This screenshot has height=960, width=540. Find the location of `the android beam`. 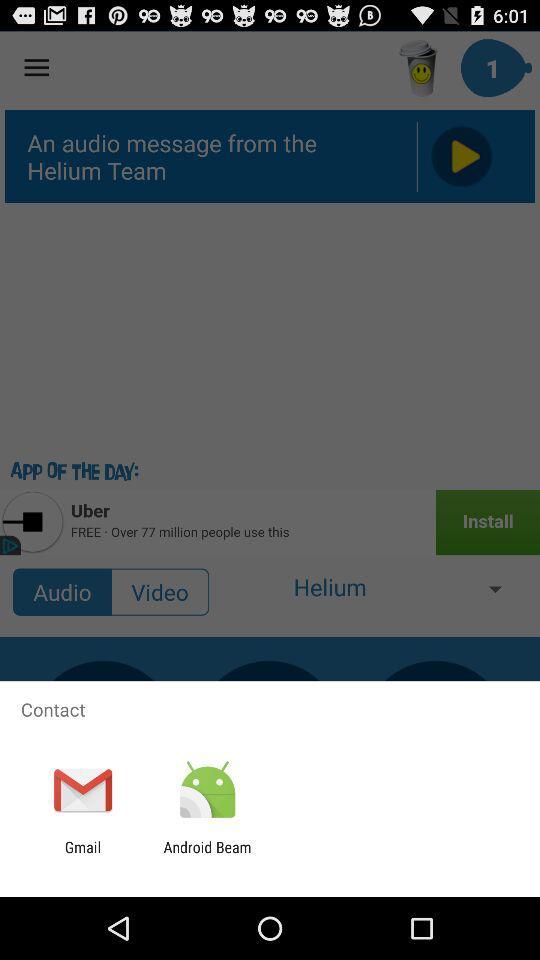

the android beam is located at coordinates (206, 855).